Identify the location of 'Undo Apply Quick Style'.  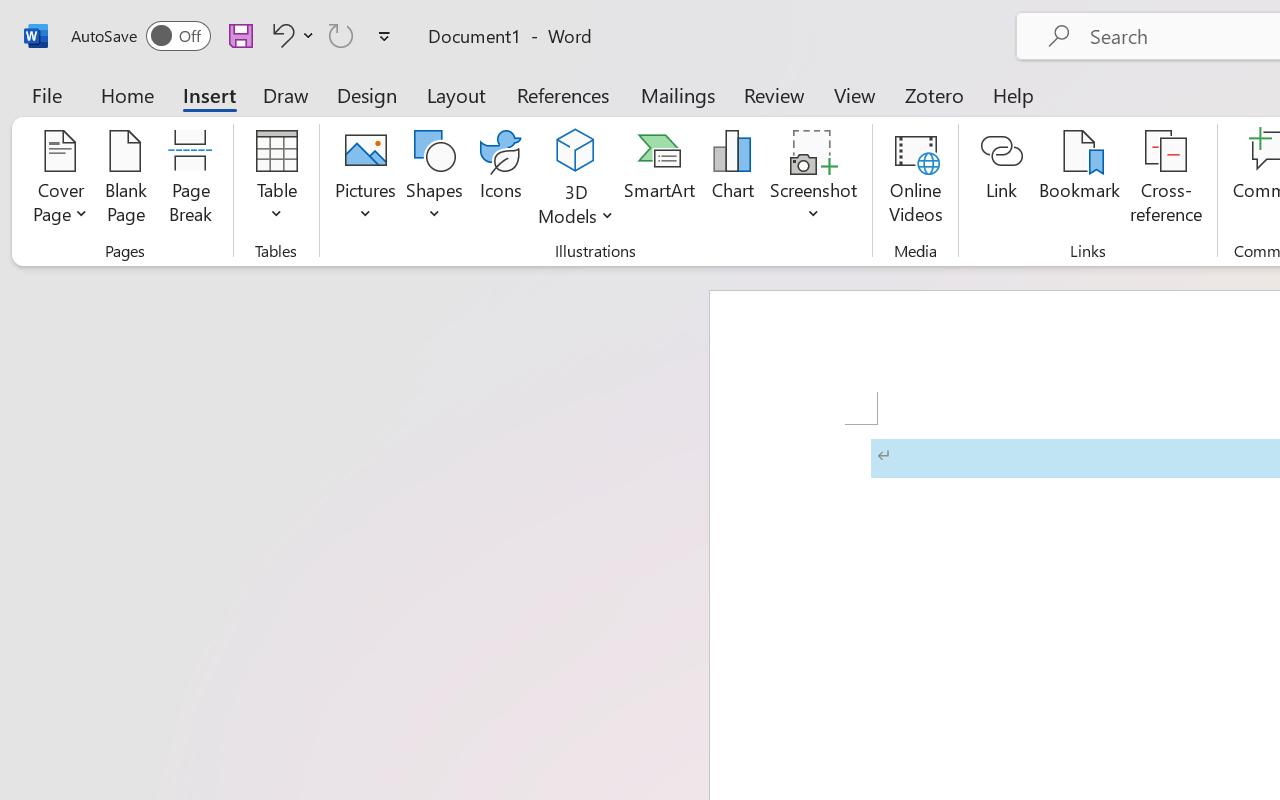
(289, 34).